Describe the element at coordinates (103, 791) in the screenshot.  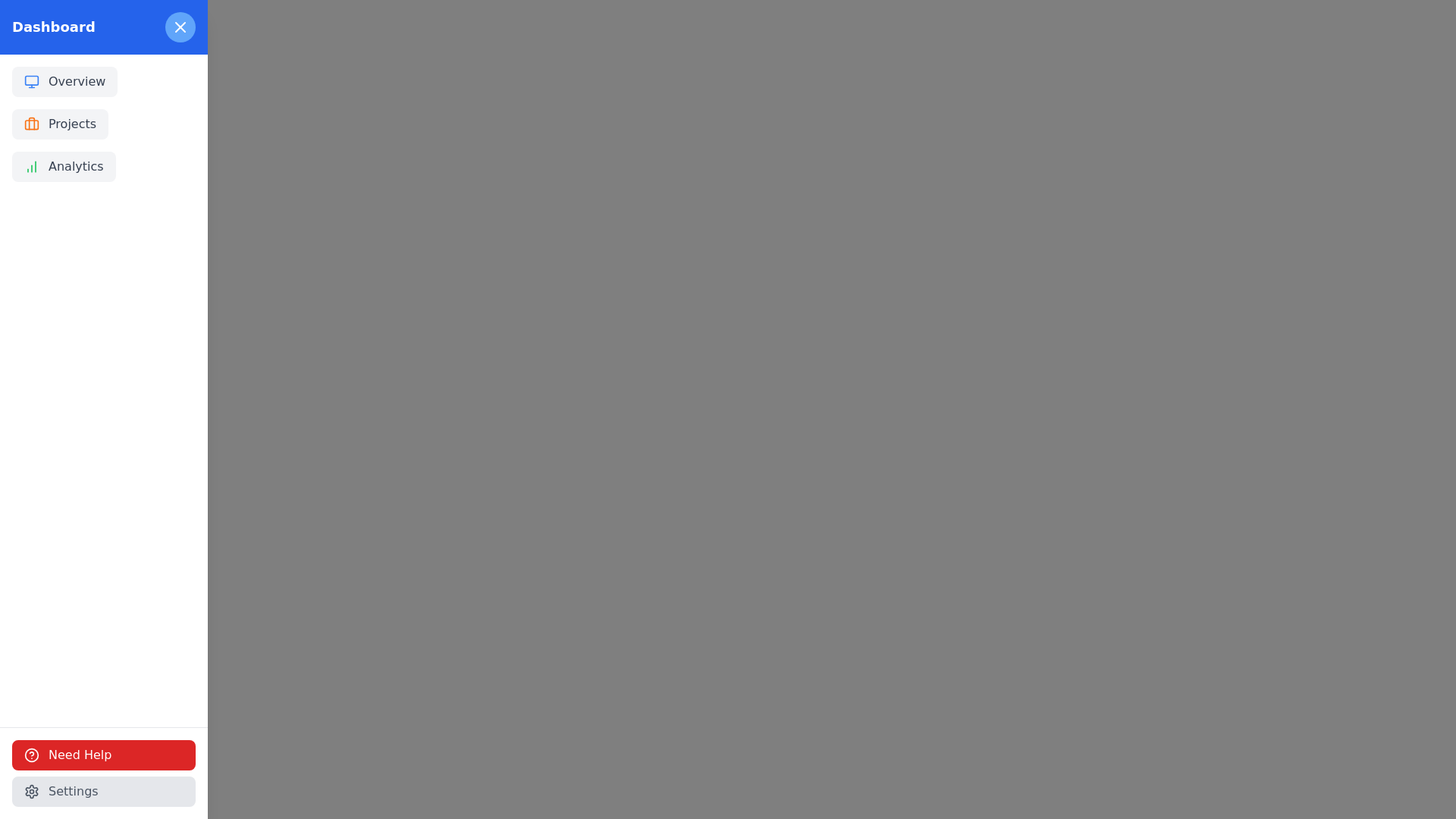
I see `the settings button located at the bottom of the left navigation panel, below the 'Need Help' button` at that location.